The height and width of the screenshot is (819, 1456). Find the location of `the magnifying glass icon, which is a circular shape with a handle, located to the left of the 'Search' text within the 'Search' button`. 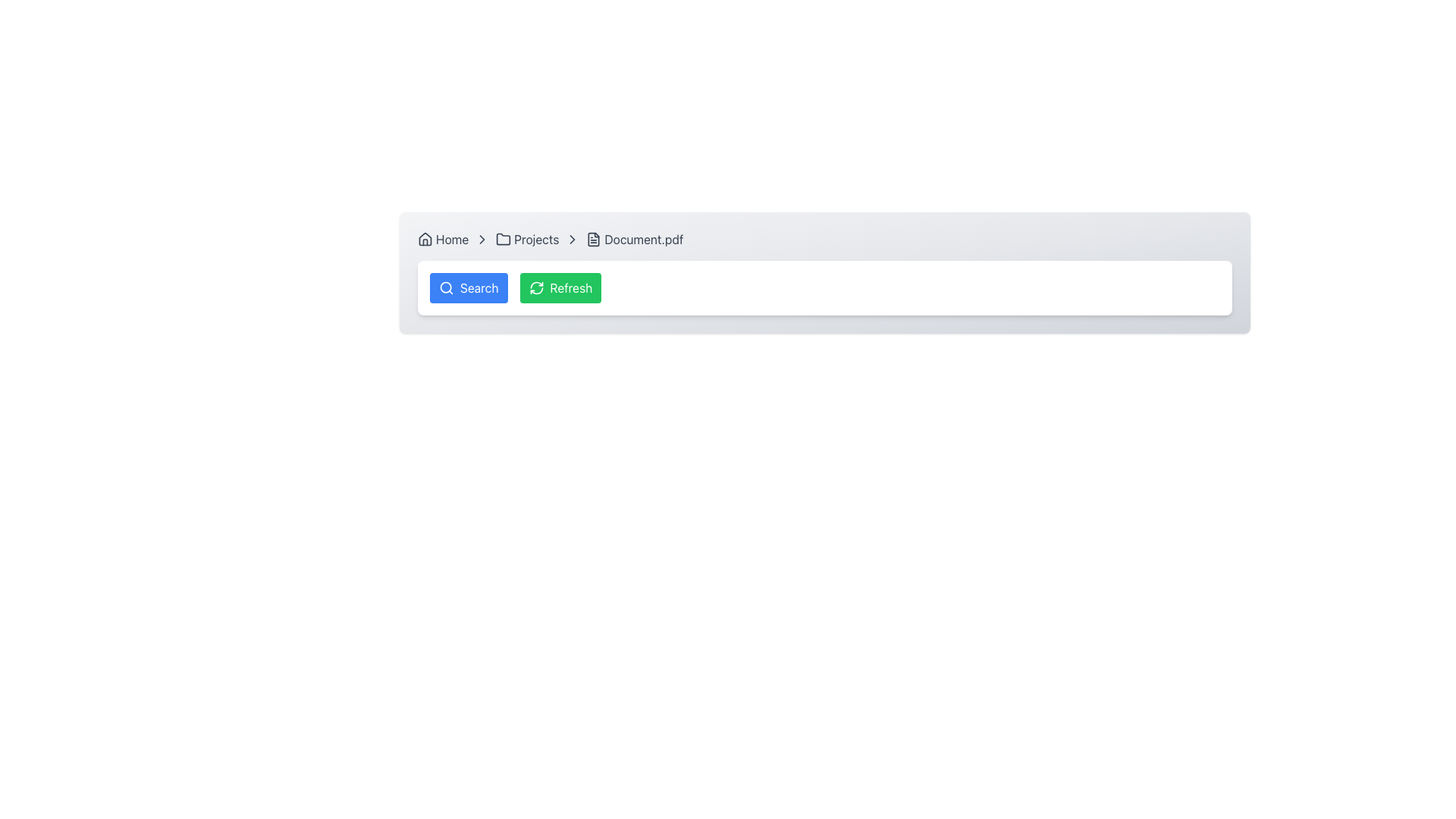

the magnifying glass icon, which is a circular shape with a handle, located to the left of the 'Search' text within the 'Search' button is located at coordinates (446, 288).